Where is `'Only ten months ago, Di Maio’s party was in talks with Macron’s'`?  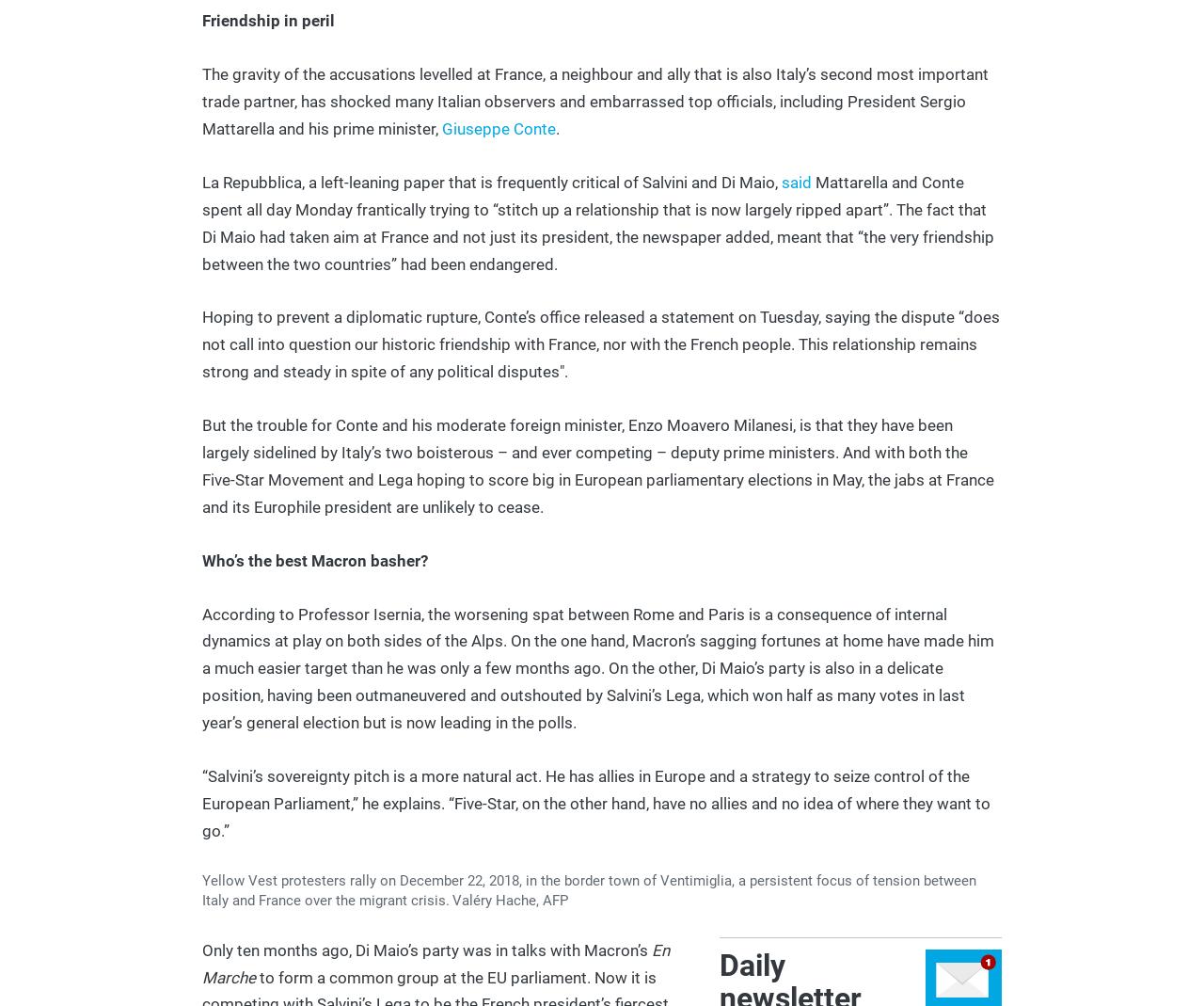 'Only ten months ago, Di Maio’s party was in talks with Macron’s' is located at coordinates (202, 950).